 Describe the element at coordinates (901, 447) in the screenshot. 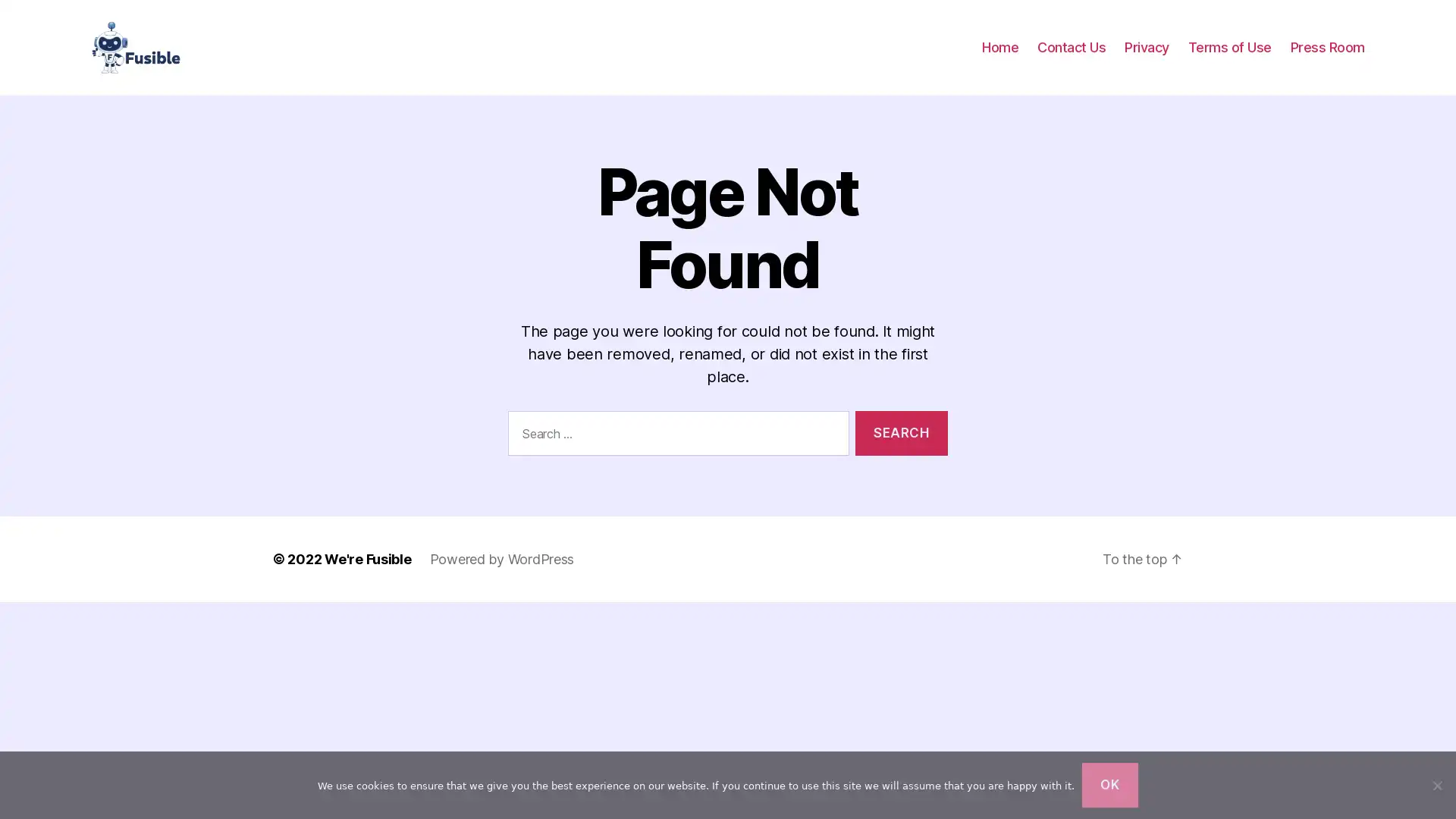

I see `Search` at that location.